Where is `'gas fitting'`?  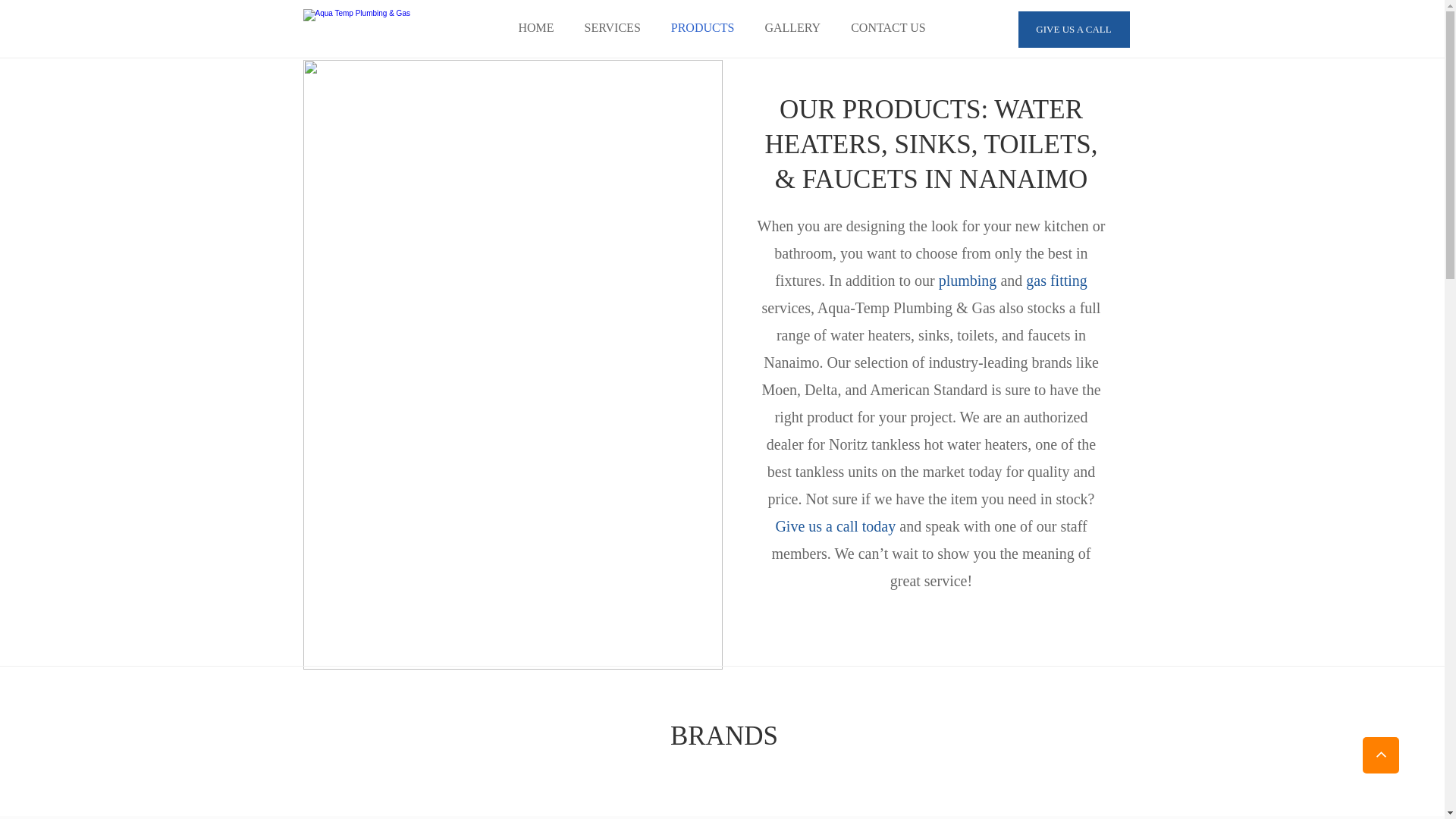
'gas fitting' is located at coordinates (1054, 281).